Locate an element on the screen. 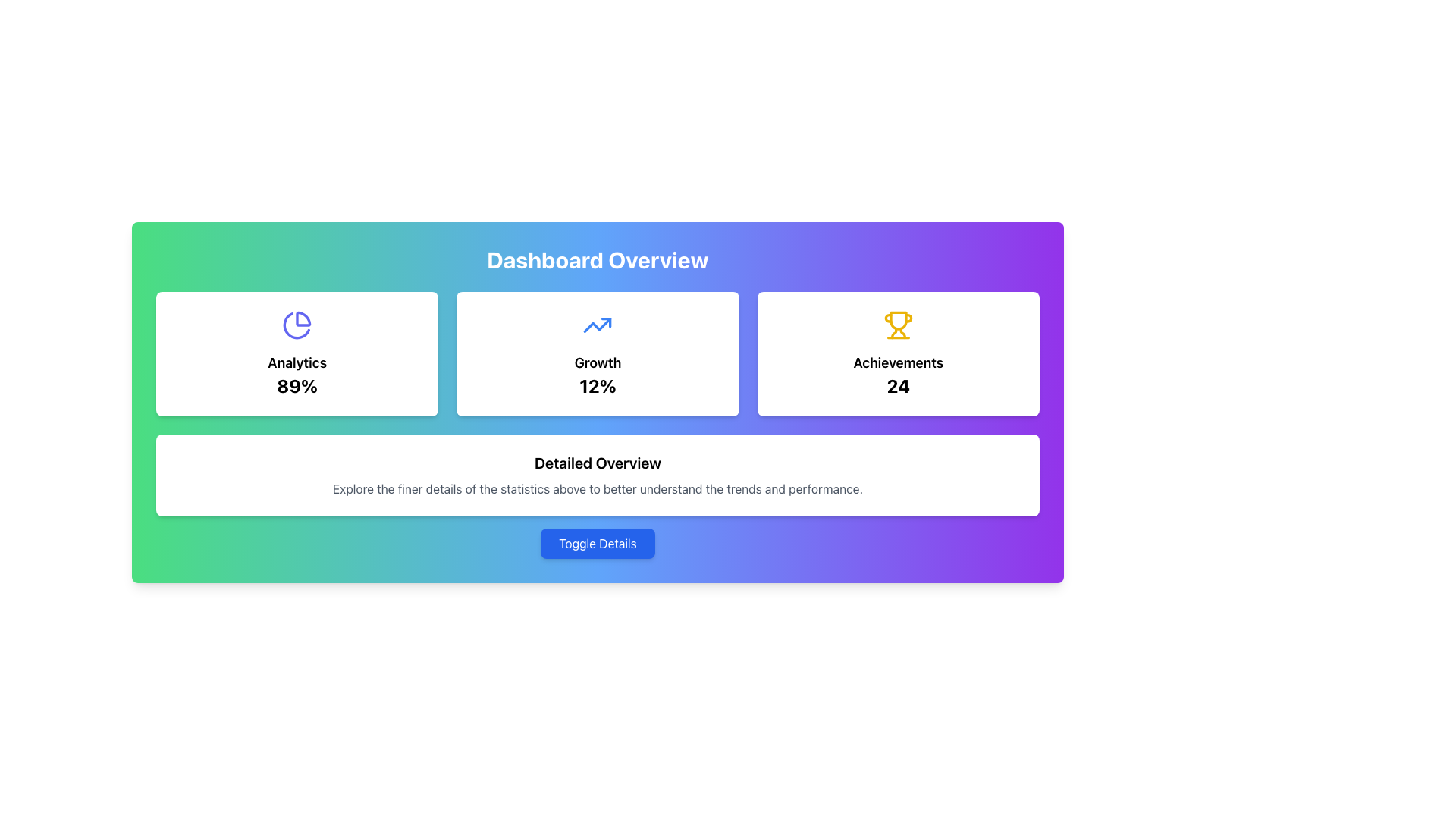 This screenshot has height=819, width=1456. the leftmost Summary Card that displays 'Analytics' and '89%', featuring a pie chart icon in indigo color is located at coordinates (297, 353).